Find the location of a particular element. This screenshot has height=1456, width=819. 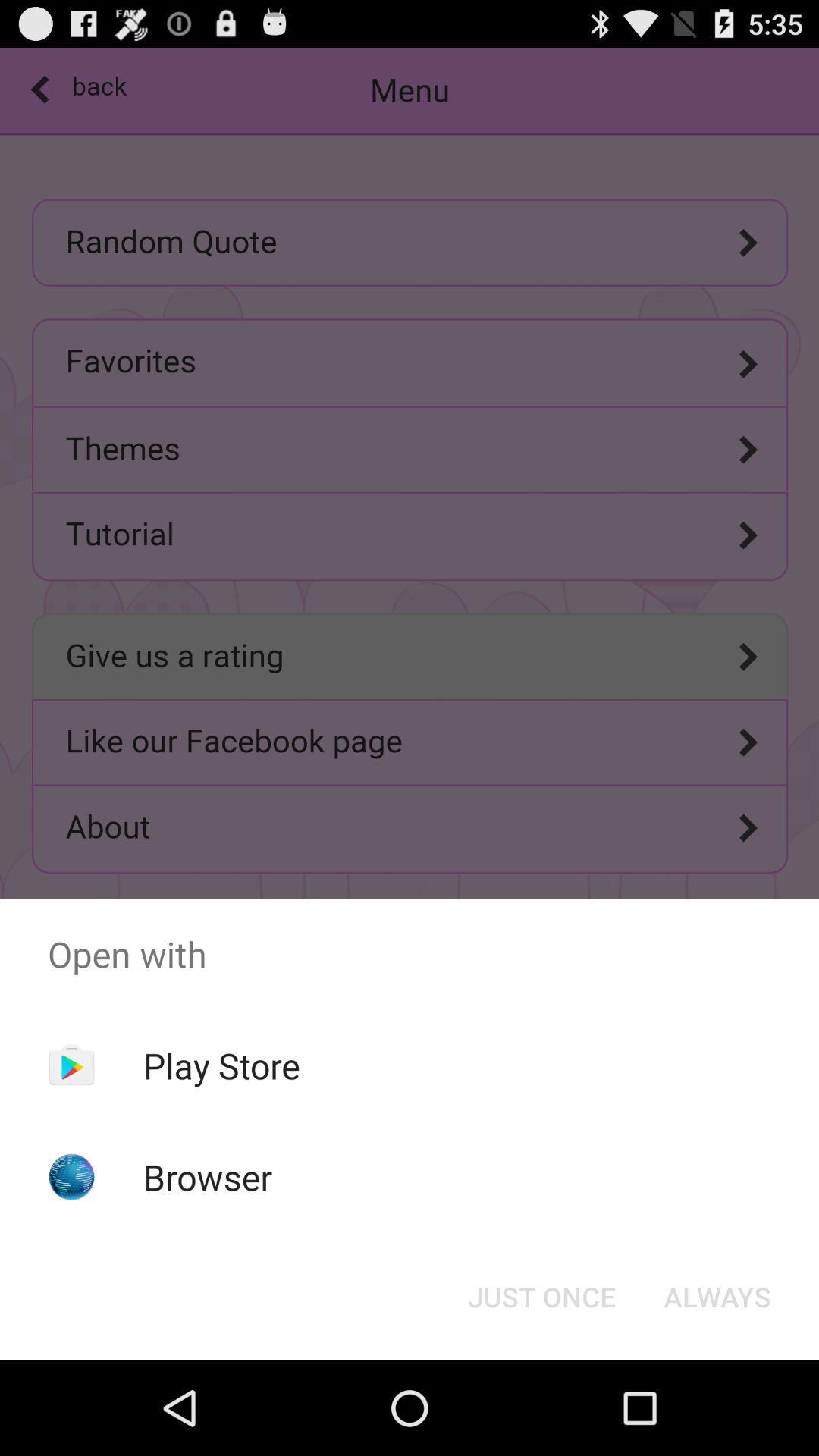

browser item is located at coordinates (208, 1176).